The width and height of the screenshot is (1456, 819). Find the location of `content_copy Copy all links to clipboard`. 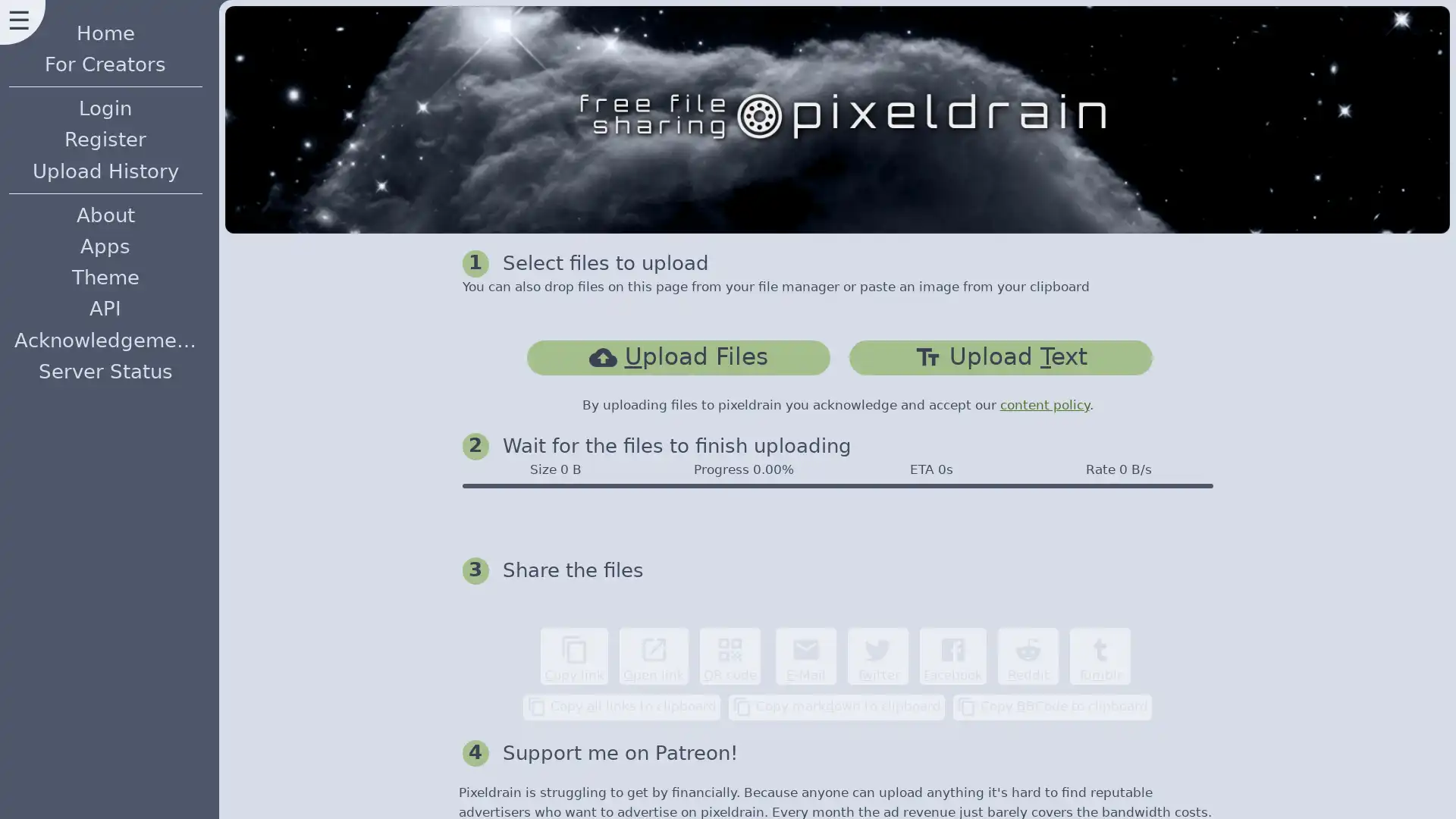

content_copy Copy all links to clipboard is located at coordinates (622, 707).